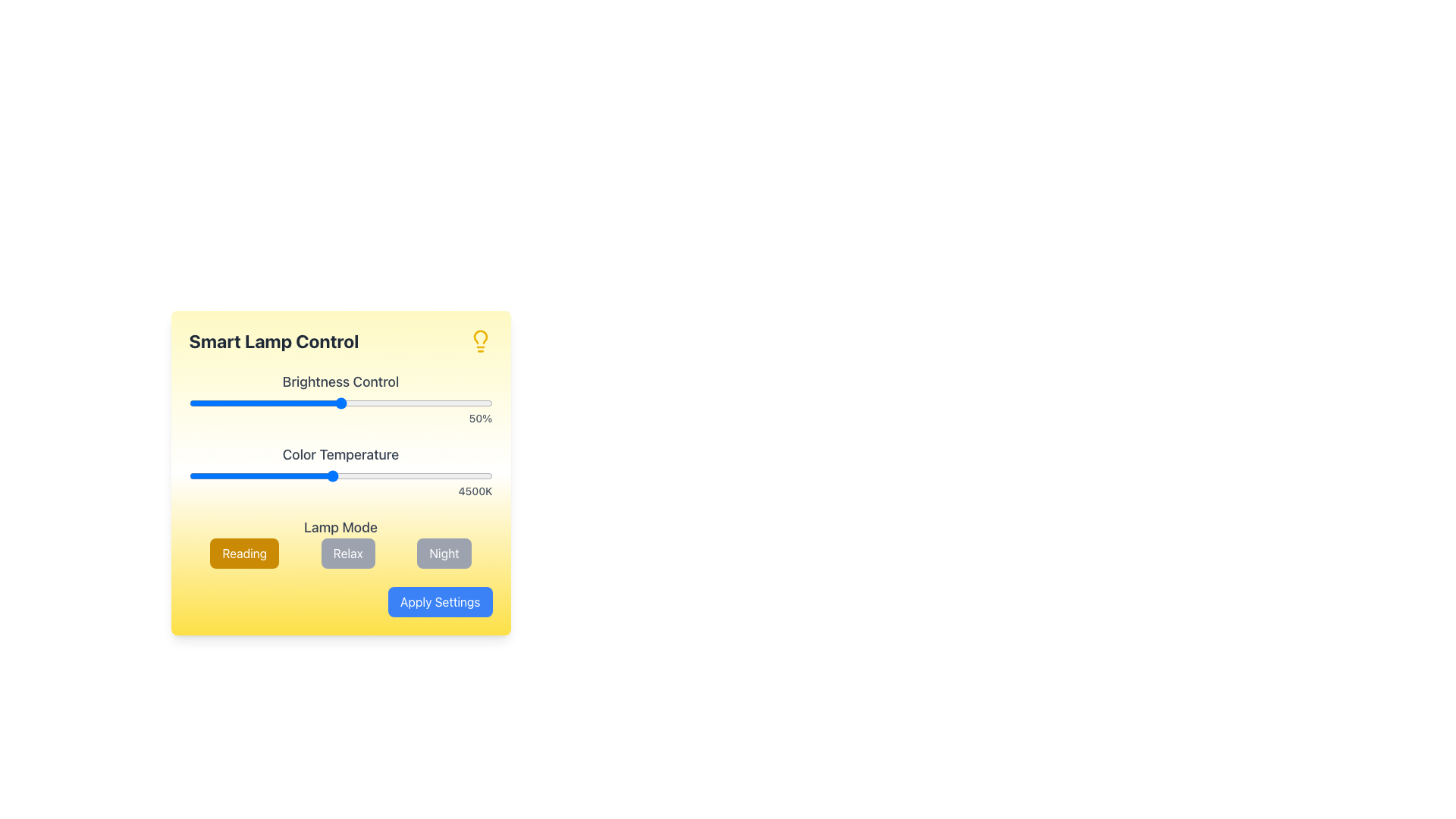  What do you see at coordinates (340, 491) in the screenshot?
I see `the text label displaying '4500K' located to the right of the horizontal slider bar in the 'Color Temperature' section` at bounding box center [340, 491].